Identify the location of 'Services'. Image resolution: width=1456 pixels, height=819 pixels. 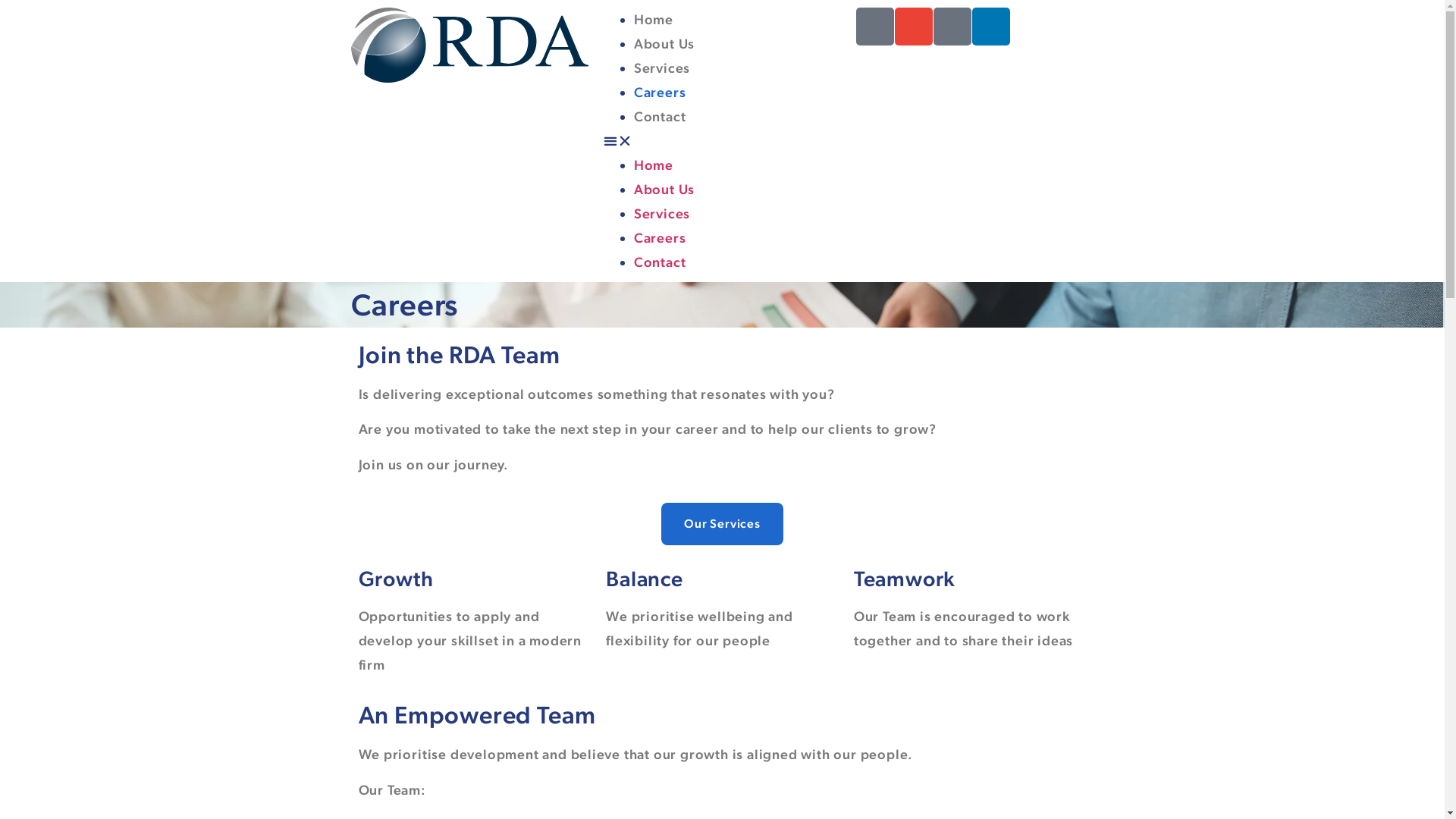
(662, 67).